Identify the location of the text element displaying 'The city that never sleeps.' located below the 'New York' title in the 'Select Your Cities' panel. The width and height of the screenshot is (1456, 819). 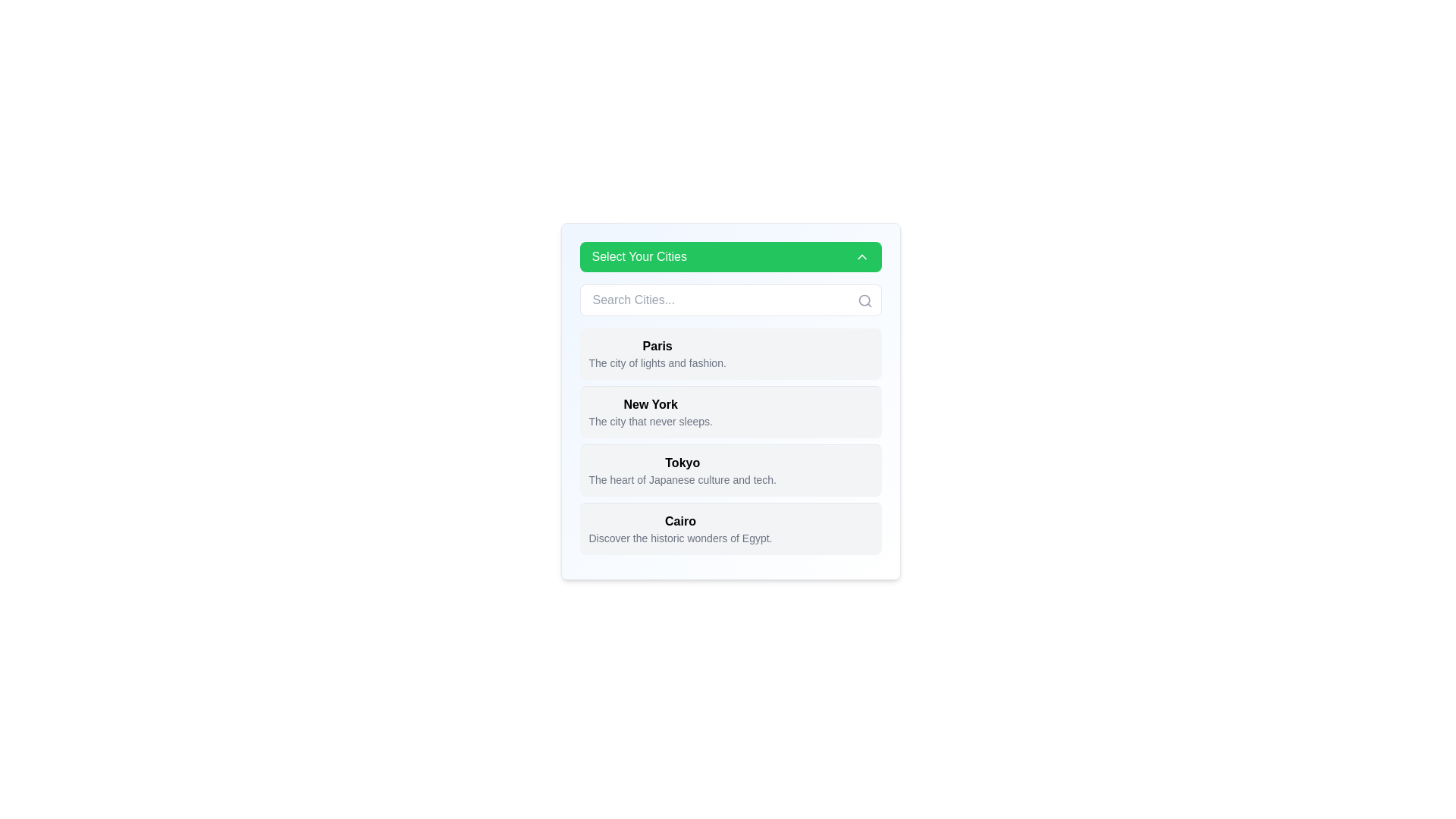
(651, 421).